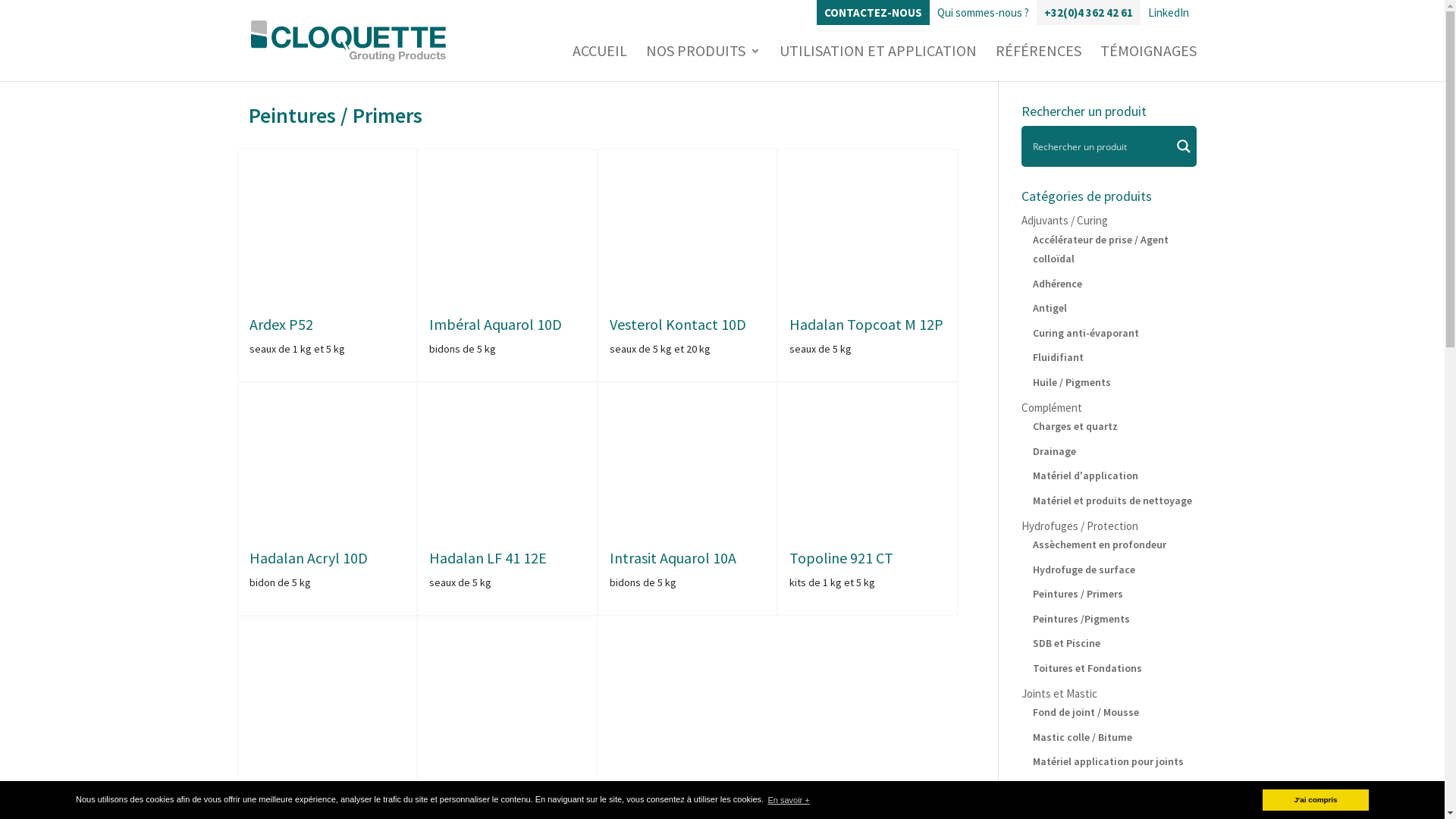 The height and width of the screenshot is (819, 1456). I want to click on 'Hydrofuge de surface', so click(1032, 570).